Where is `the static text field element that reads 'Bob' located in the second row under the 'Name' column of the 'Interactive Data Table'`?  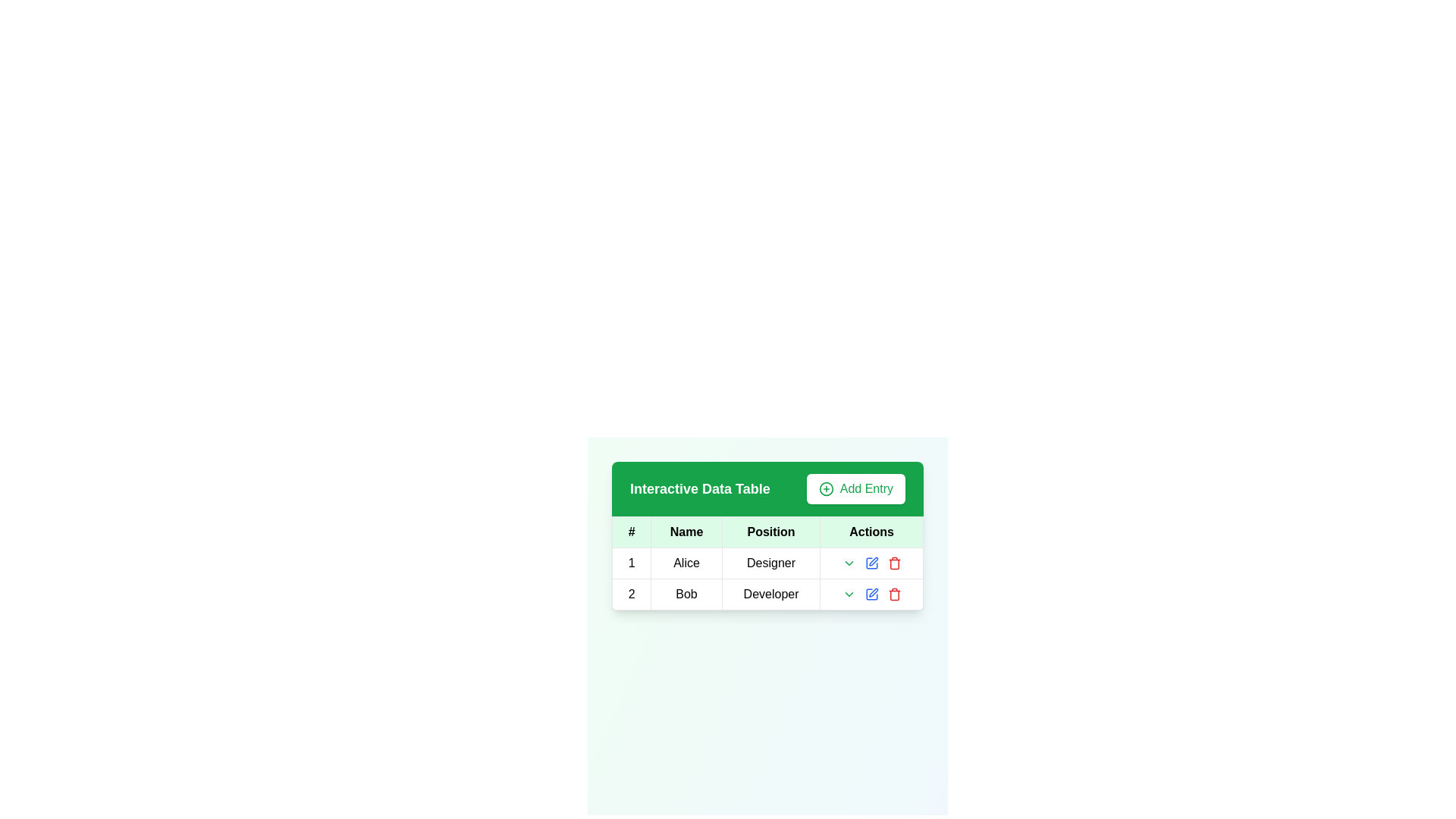 the static text field element that reads 'Bob' located in the second row under the 'Name' column of the 'Interactive Data Table' is located at coordinates (686, 593).